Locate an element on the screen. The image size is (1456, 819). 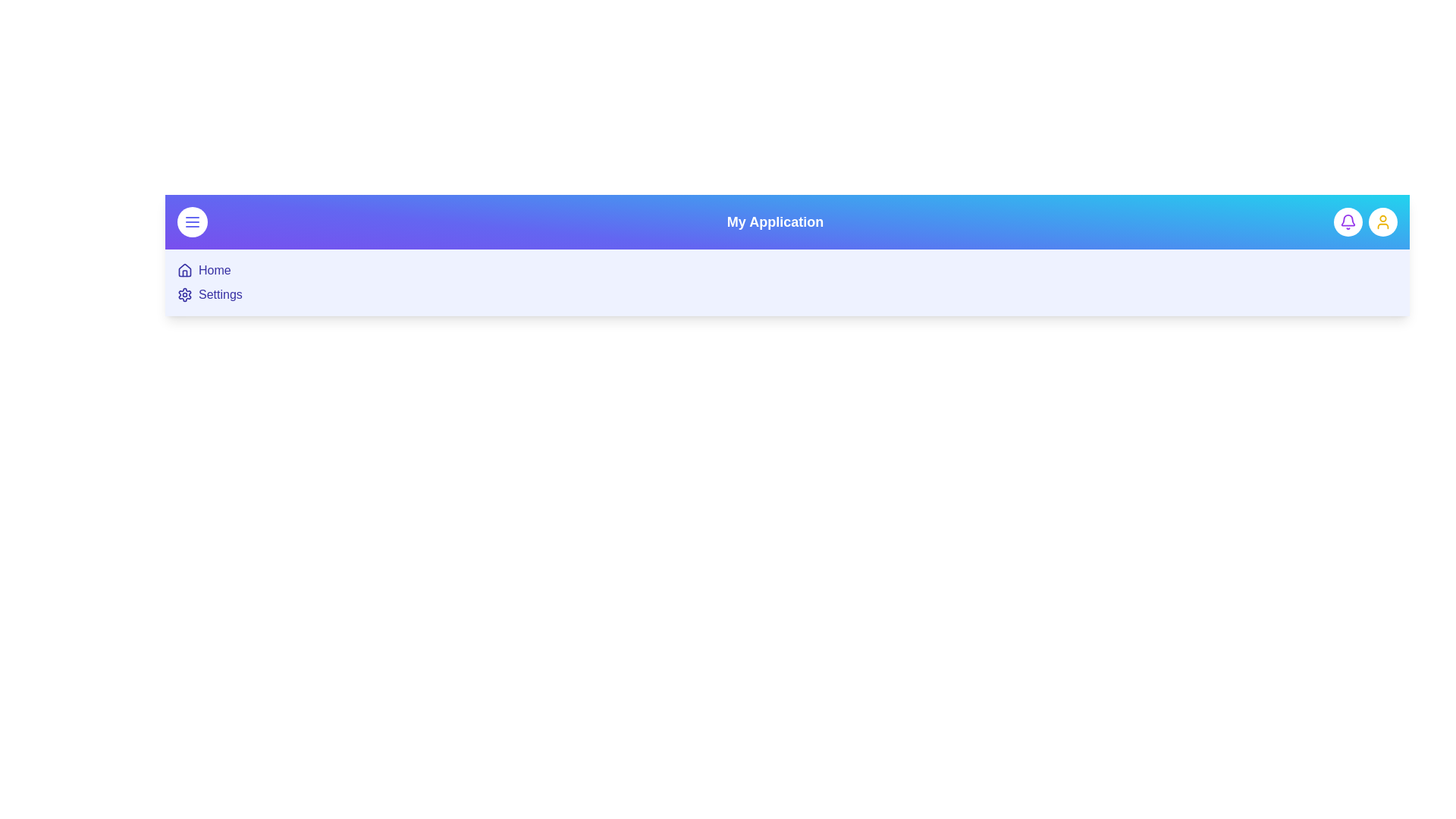
the notification button to trigger its action is located at coordinates (1348, 222).